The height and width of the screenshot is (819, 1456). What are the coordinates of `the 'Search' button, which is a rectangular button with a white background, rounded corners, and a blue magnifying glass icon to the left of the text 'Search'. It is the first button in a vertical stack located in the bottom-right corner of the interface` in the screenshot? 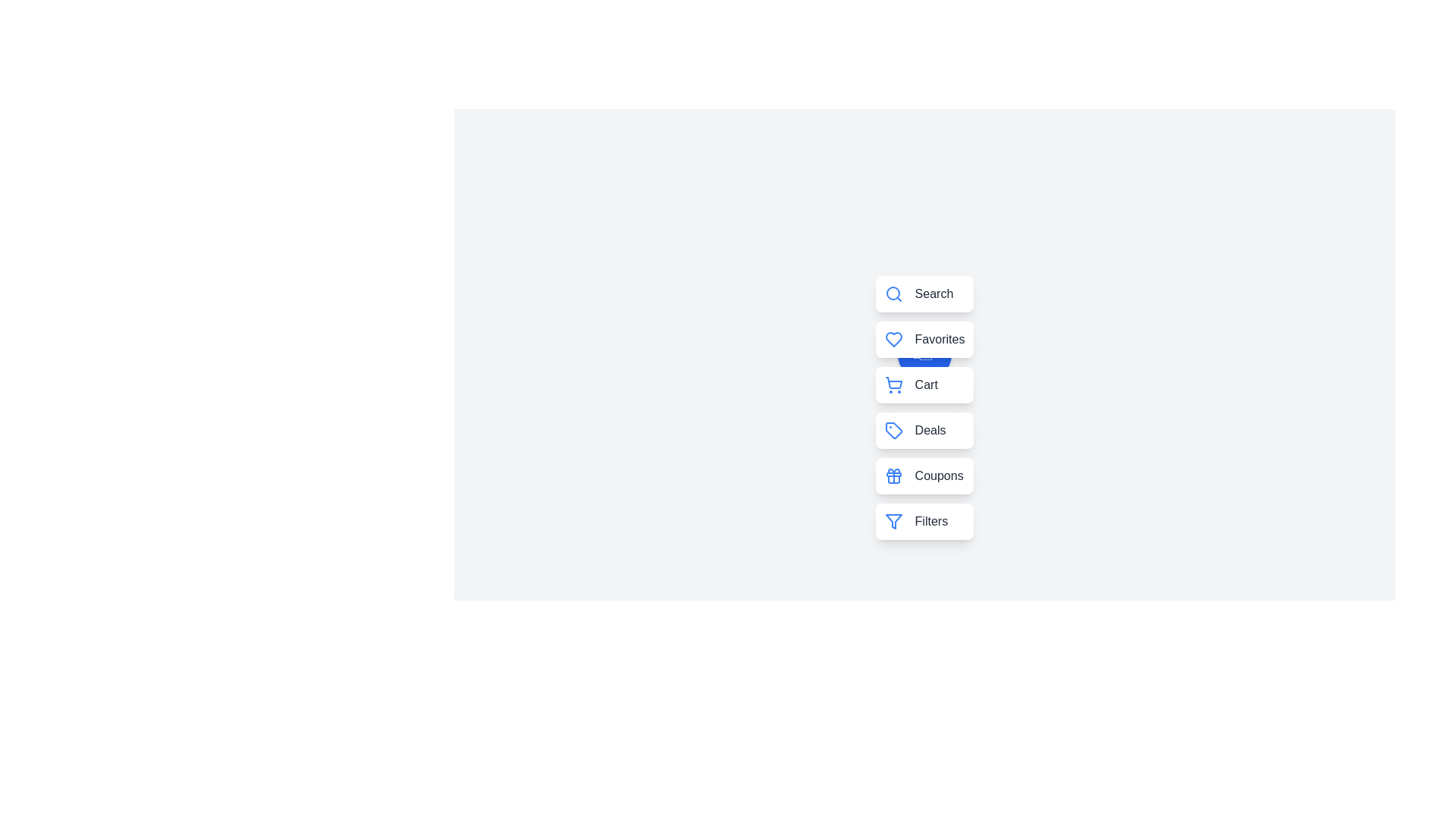 It's located at (924, 294).